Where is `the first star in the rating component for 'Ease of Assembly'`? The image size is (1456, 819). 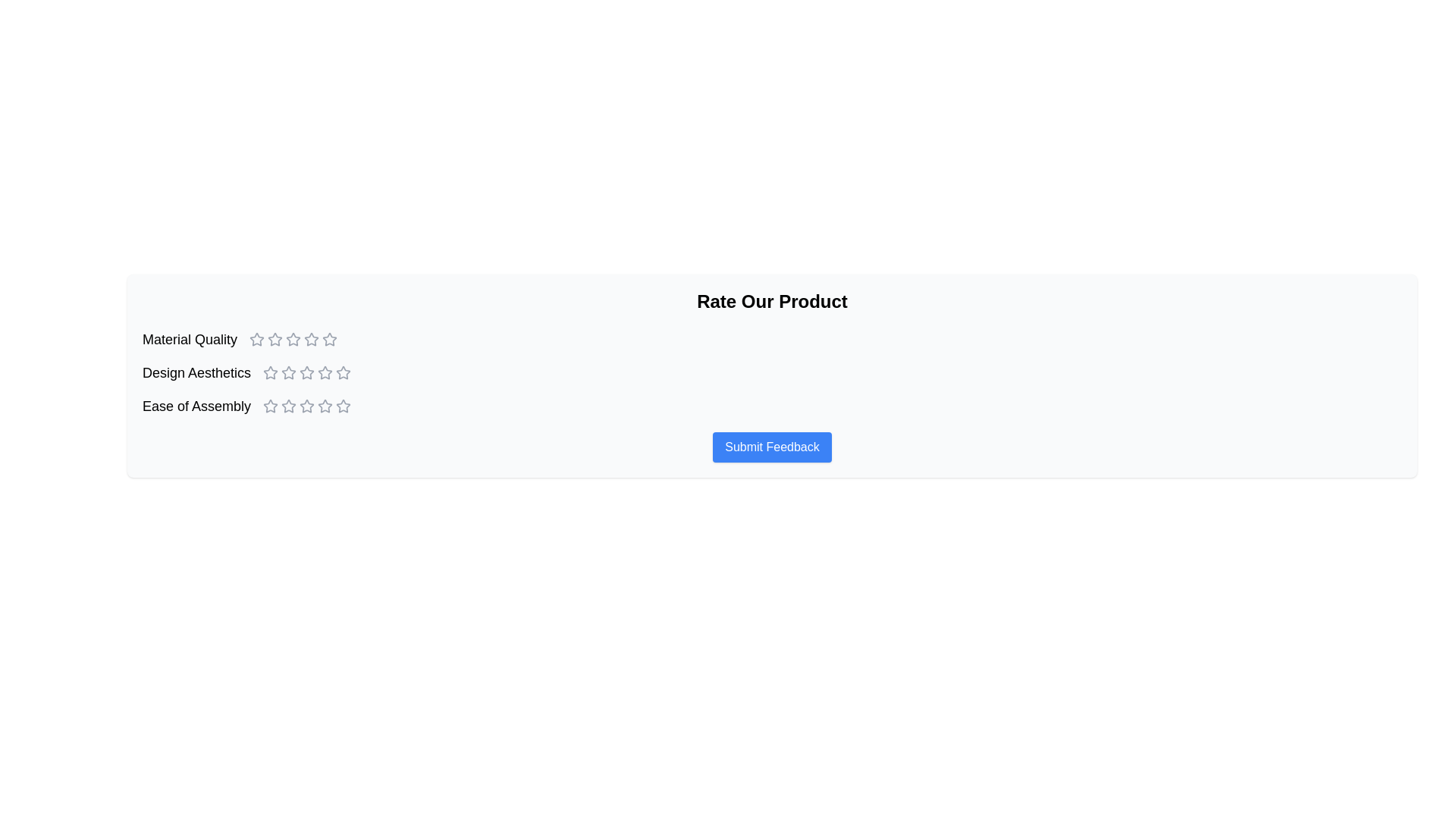 the first star in the rating component for 'Ease of Assembly' is located at coordinates (270, 406).